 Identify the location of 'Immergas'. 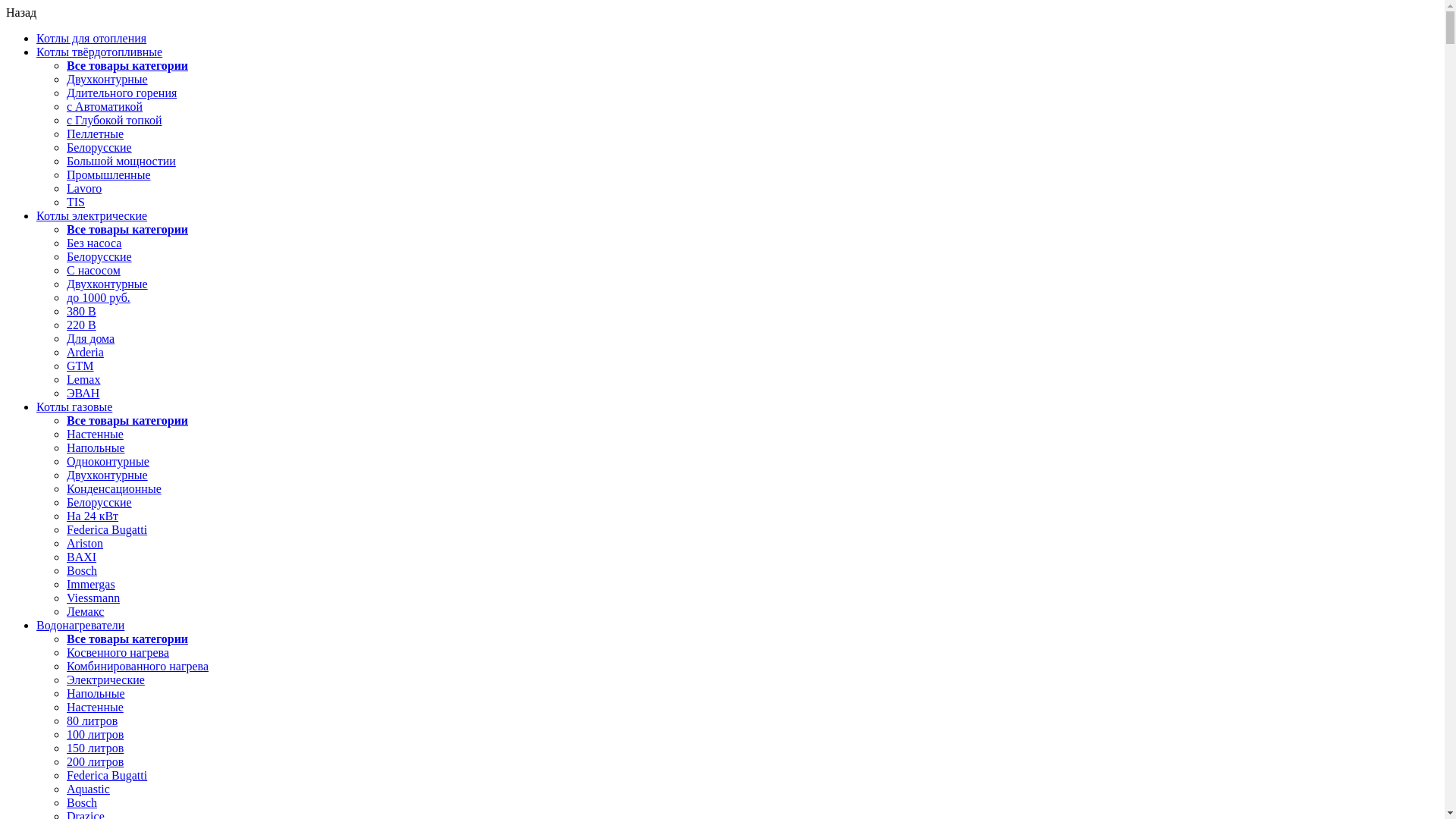
(90, 583).